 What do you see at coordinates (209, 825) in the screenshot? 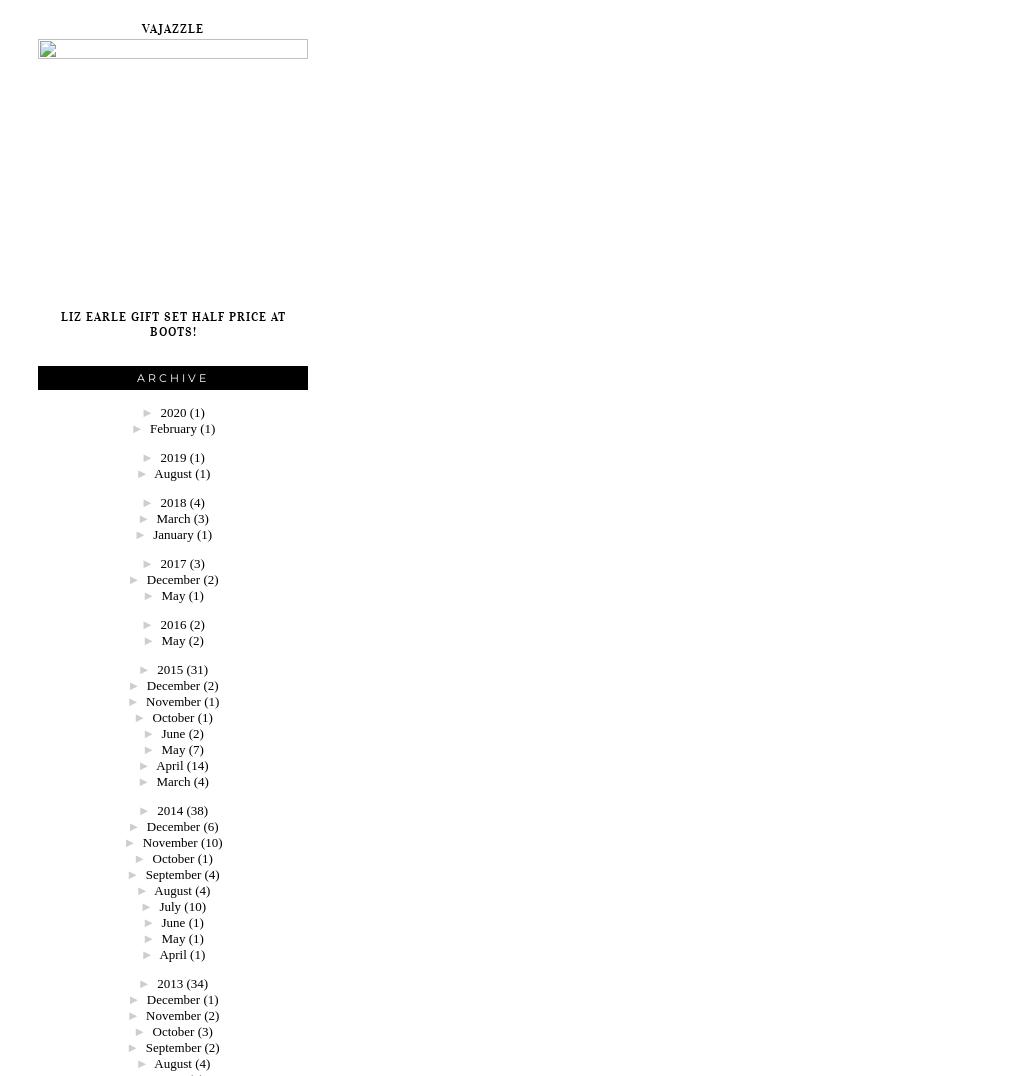
I see `'(6)'` at bounding box center [209, 825].